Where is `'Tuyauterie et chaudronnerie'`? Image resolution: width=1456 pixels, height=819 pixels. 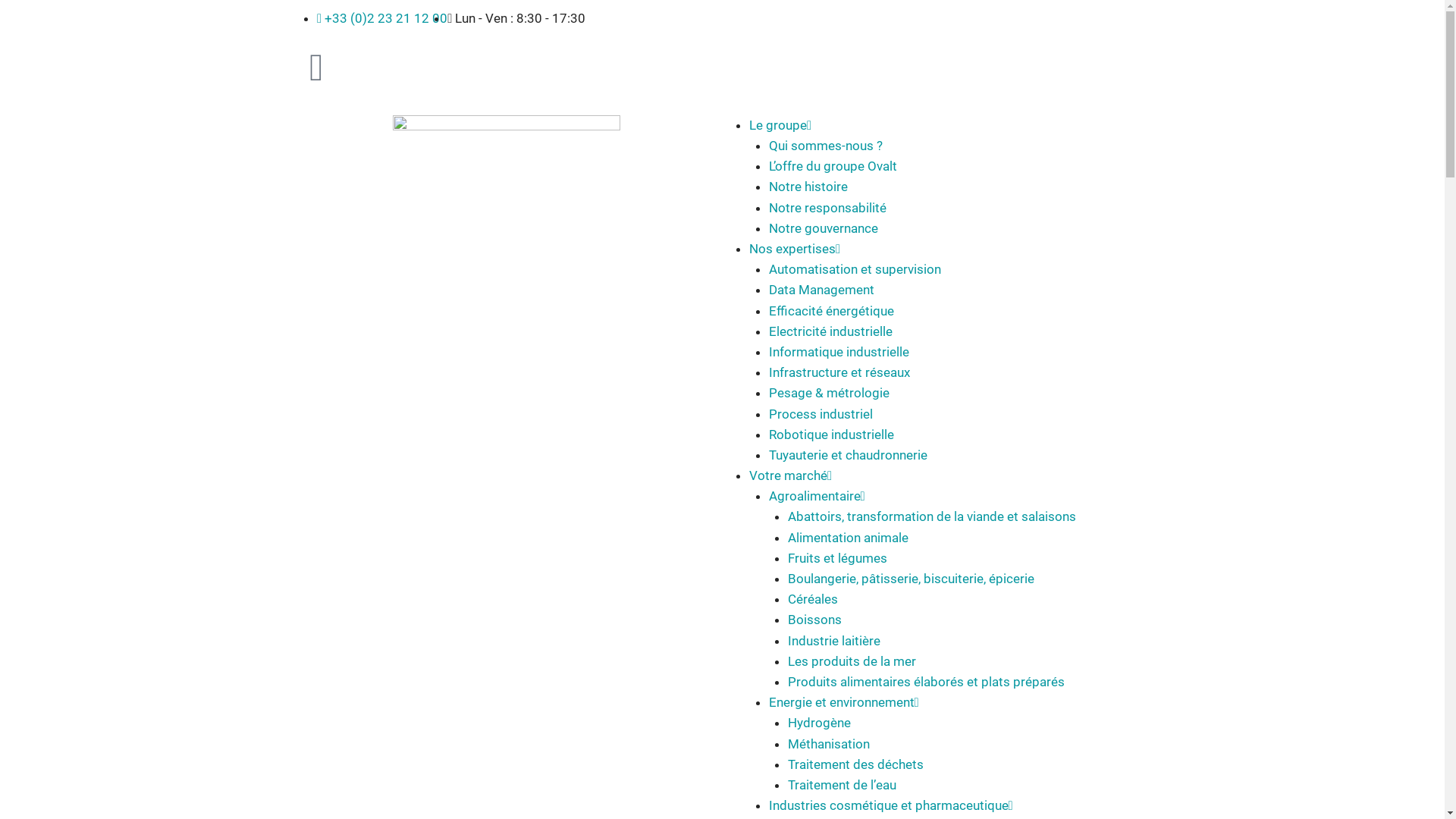
'Tuyauterie et chaudronnerie' is located at coordinates (847, 454).